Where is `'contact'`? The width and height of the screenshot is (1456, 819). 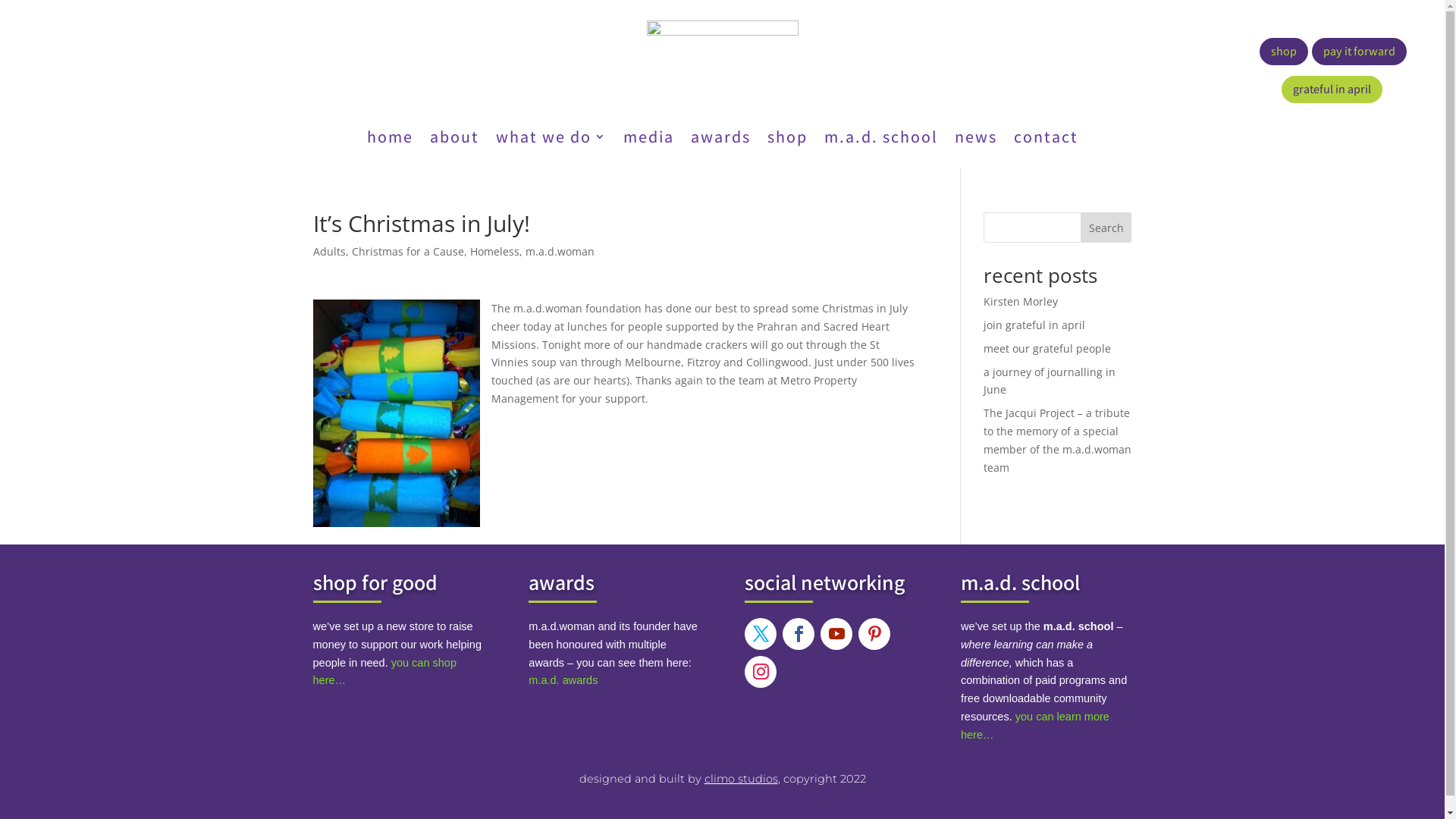
'contact' is located at coordinates (1044, 140).